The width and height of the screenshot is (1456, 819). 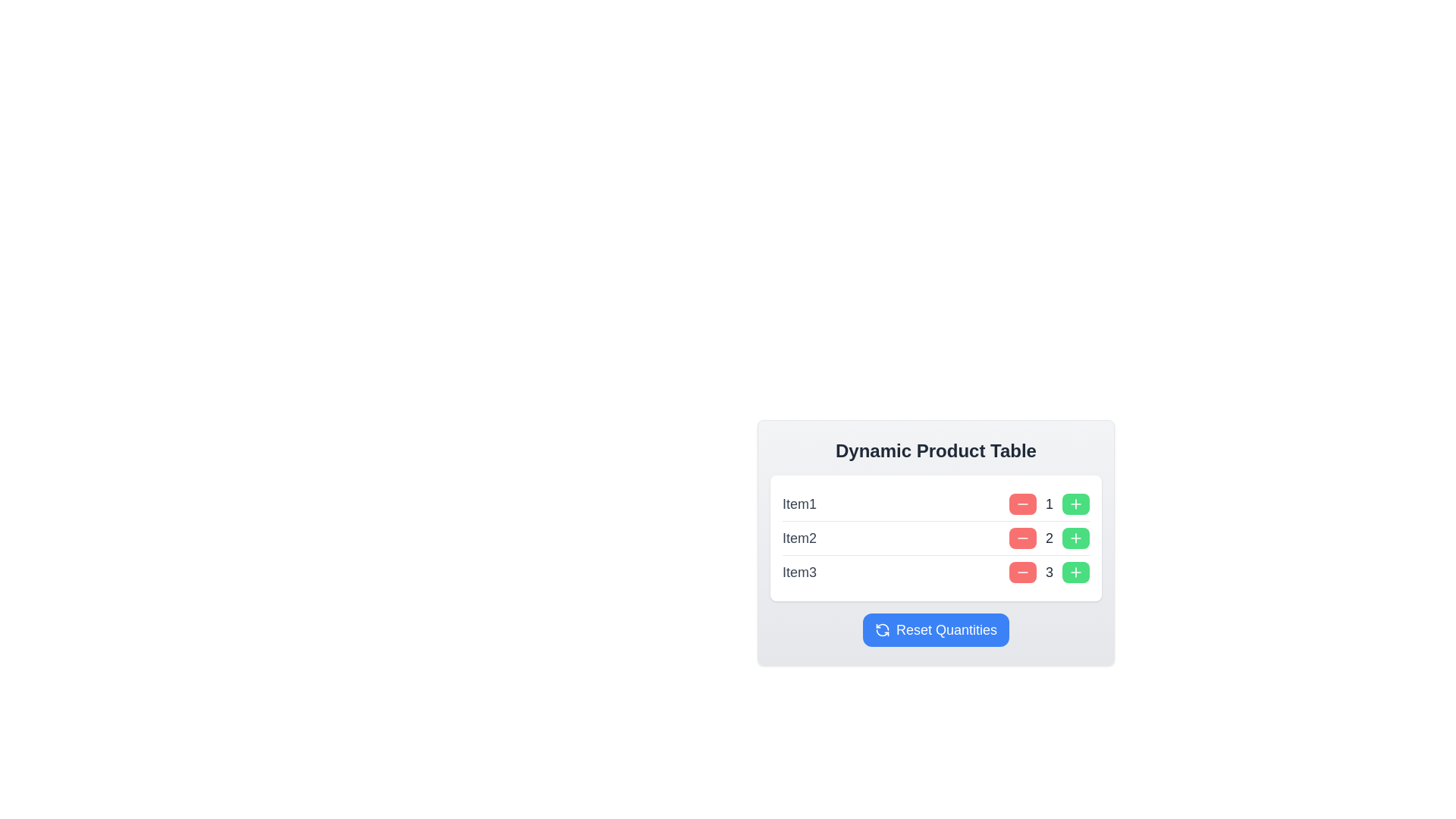 What do you see at coordinates (935, 629) in the screenshot?
I see `the blue button labeled 'Reset Quantities' to interact with its tooltip, if any` at bounding box center [935, 629].